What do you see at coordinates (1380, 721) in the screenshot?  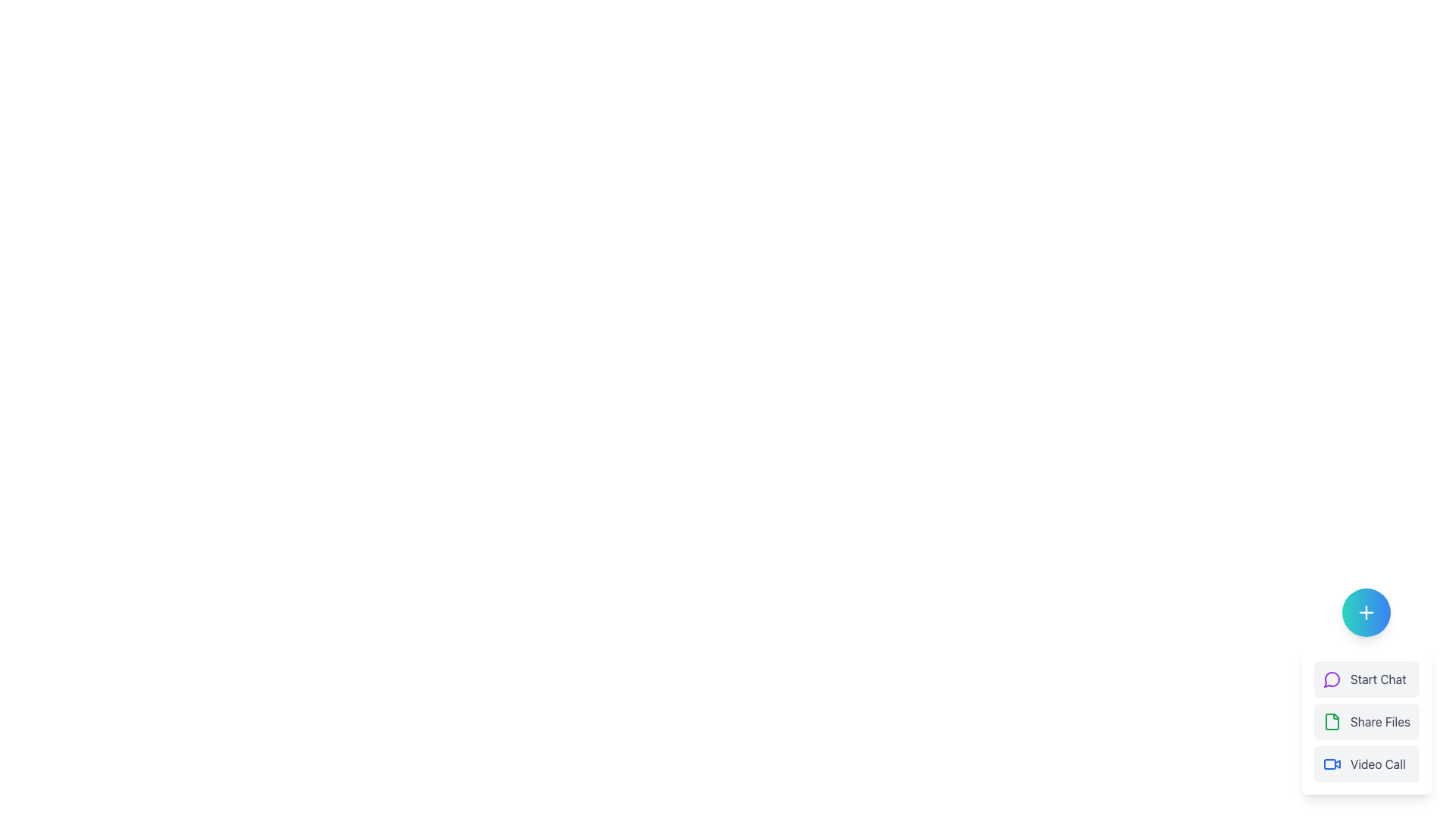 I see `the 'Share Files' text label, which is styled in gray and is the second option in the menu beneath 'Start Chat'` at bounding box center [1380, 721].